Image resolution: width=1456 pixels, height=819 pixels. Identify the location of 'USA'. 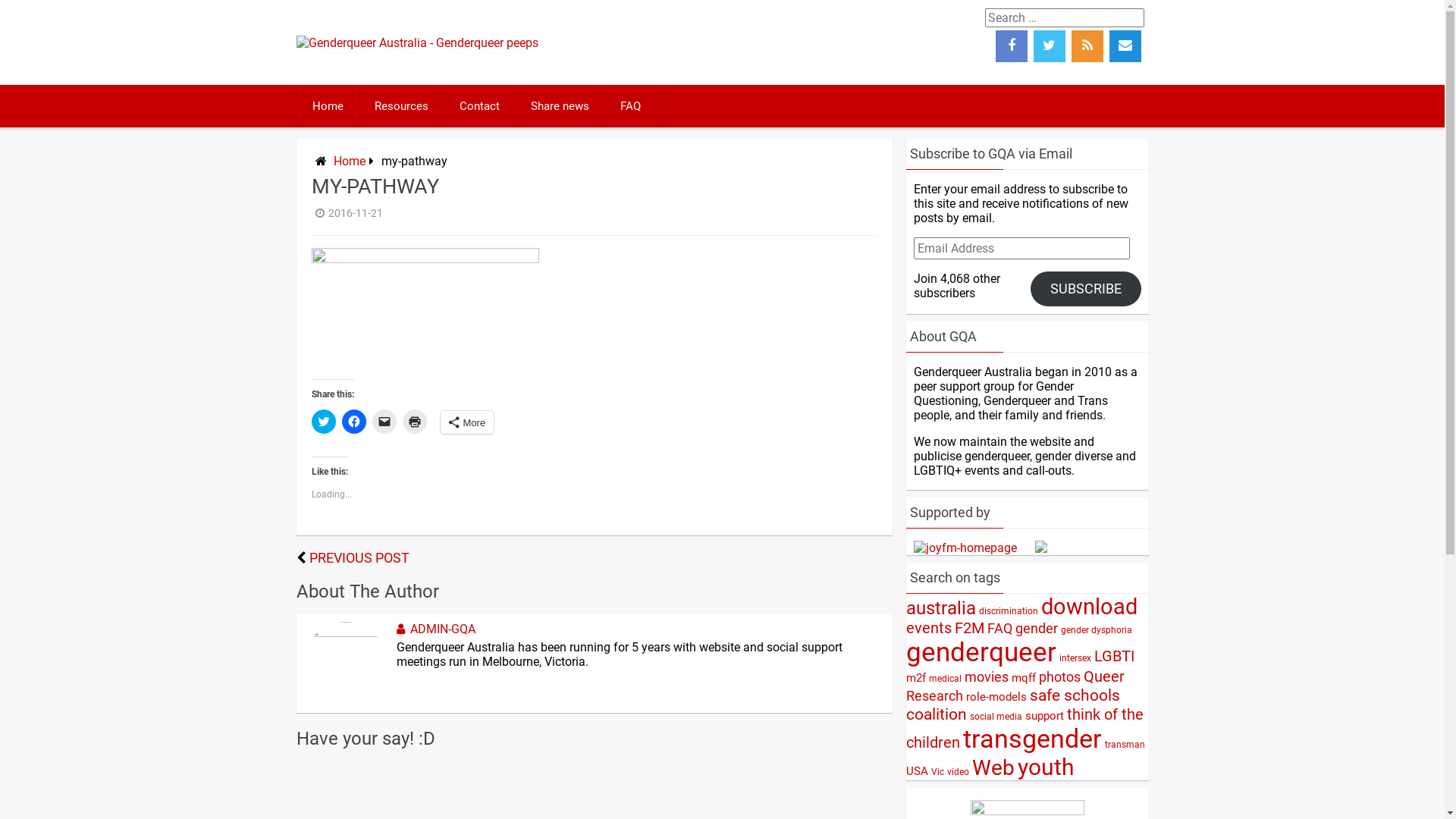
(915, 771).